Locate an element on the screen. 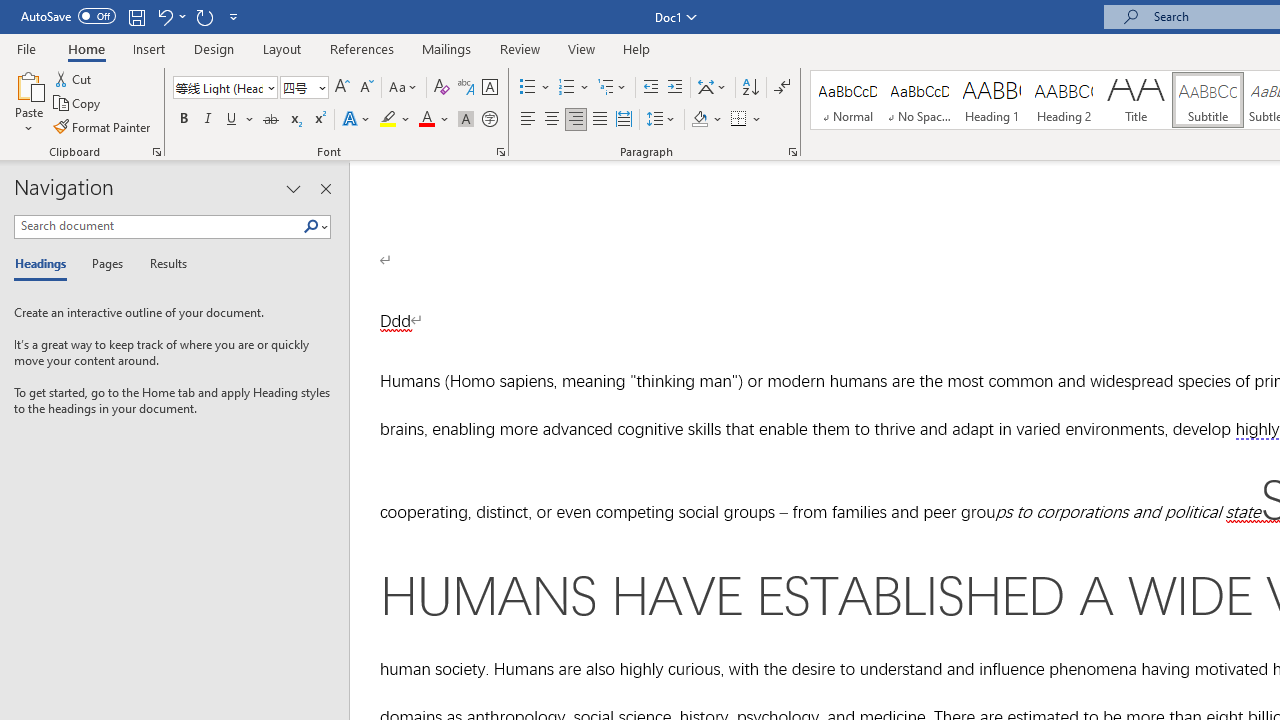 Image resolution: width=1280 pixels, height=720 pixels. 'Font Color Red' is located at coordinates (425, 119).